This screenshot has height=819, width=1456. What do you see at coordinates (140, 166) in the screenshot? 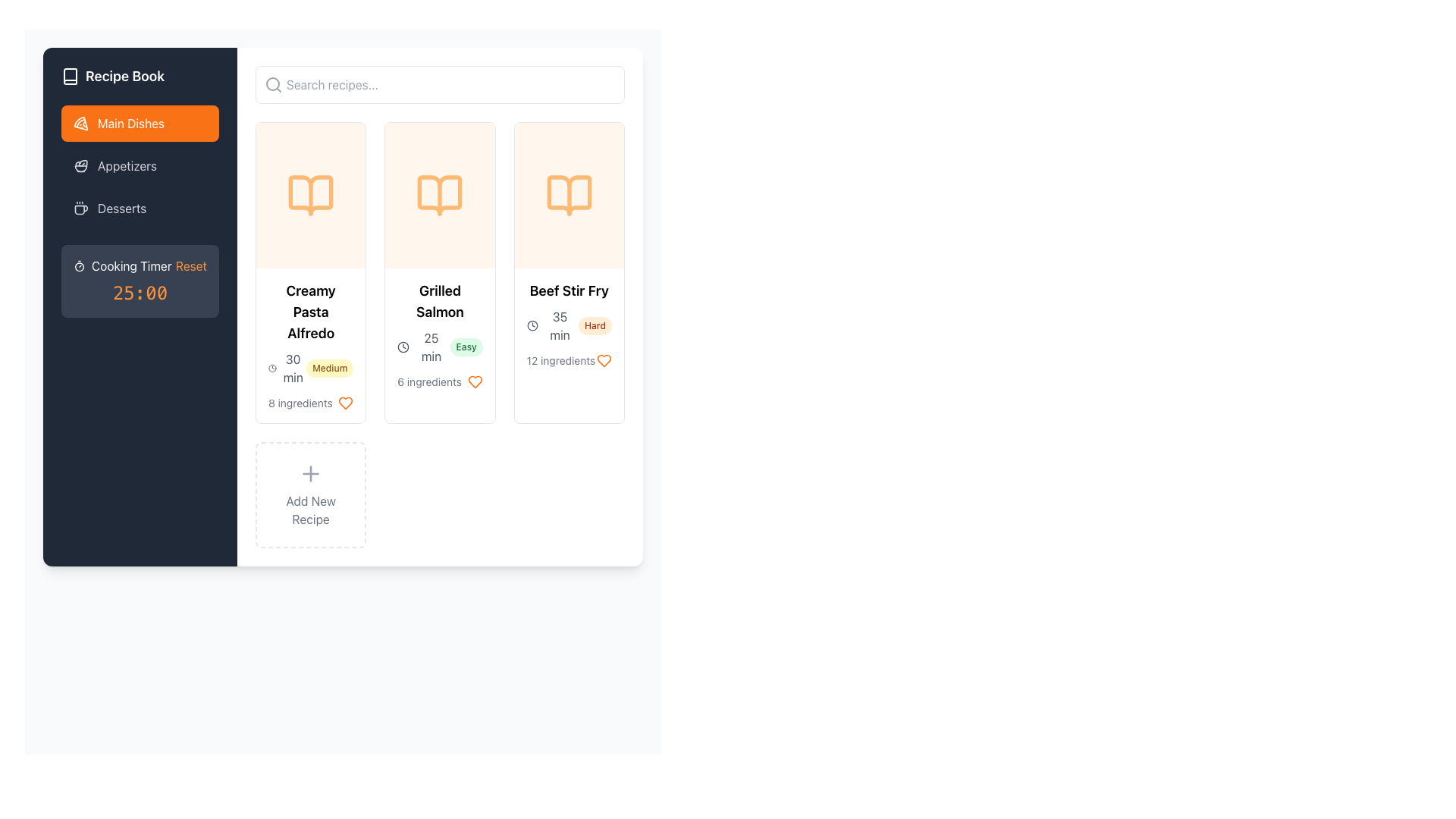
I see `the 'Appetizers' menu item, which is styled in lighter gray on a dark background and features a small salad bowl icon` at bounding box center [140, 166].